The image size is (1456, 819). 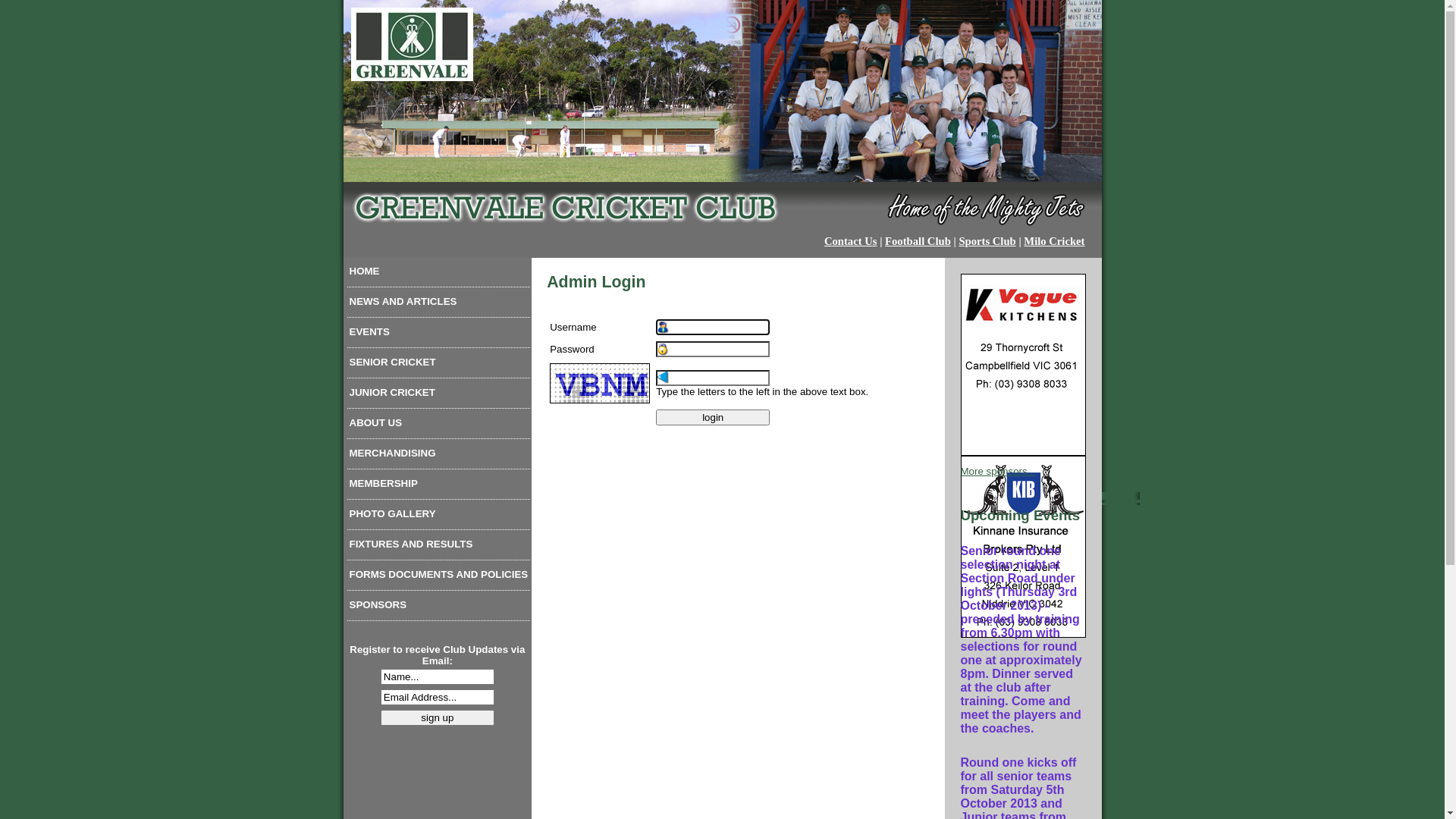 I want to click on 'Football Club', so click(x=917, y=240).